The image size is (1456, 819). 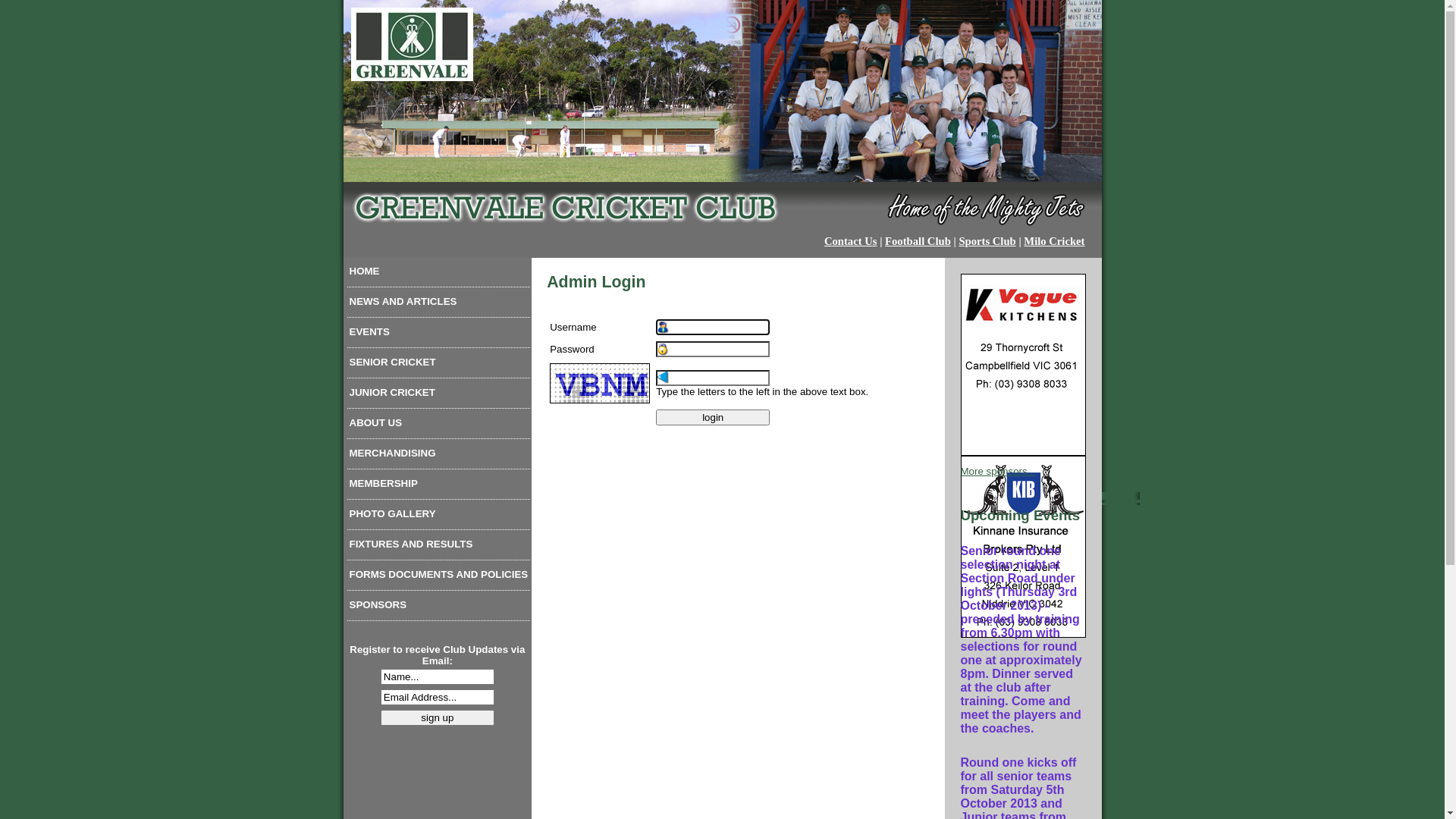 I want to click on 'Football Club', so click(x=917, y=240).